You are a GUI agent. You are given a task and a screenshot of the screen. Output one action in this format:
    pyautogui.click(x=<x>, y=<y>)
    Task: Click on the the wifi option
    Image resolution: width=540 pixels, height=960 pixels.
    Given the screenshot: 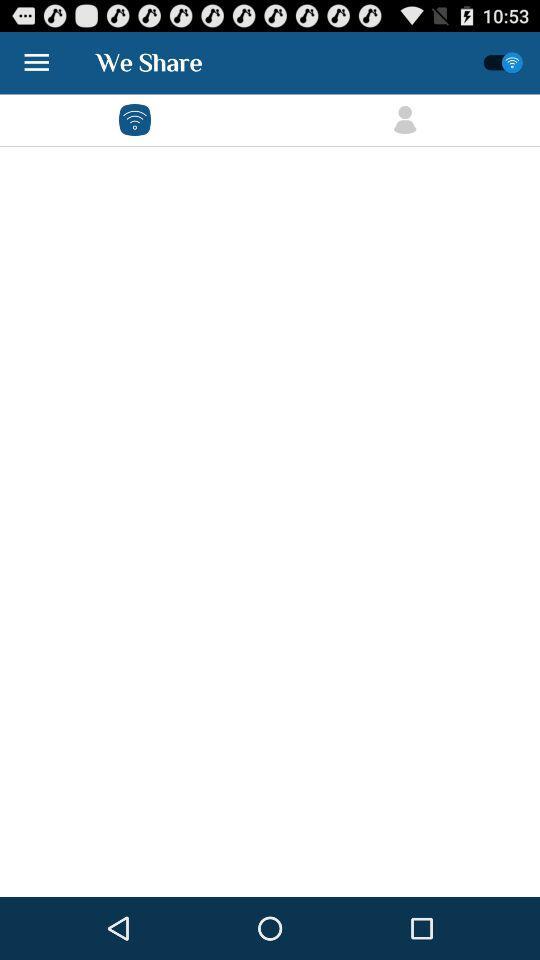 What is the action you would take?
    pyautogui.click(x=135, y=120)
    